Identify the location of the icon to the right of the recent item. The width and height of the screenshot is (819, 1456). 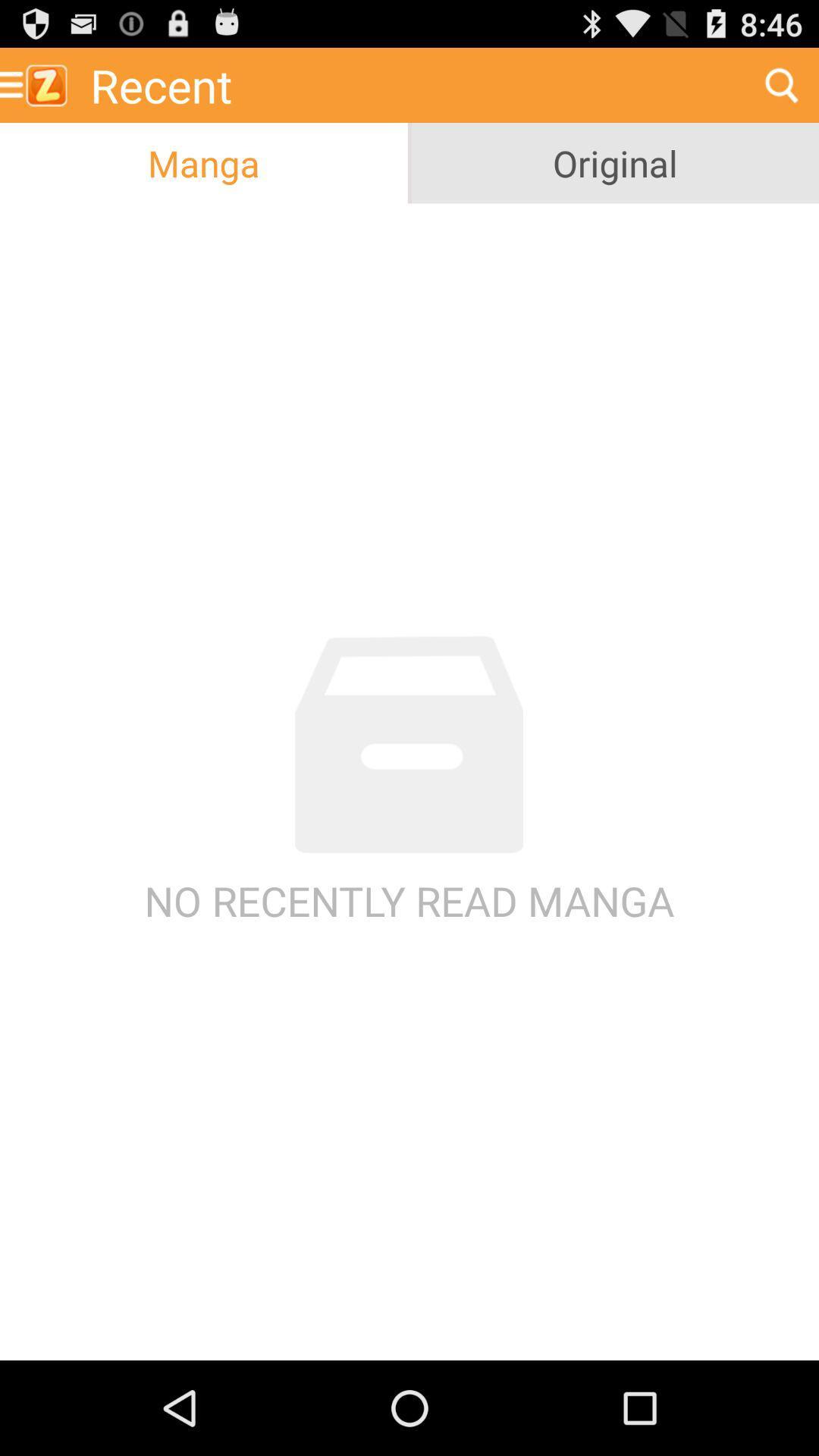
(781, 84).